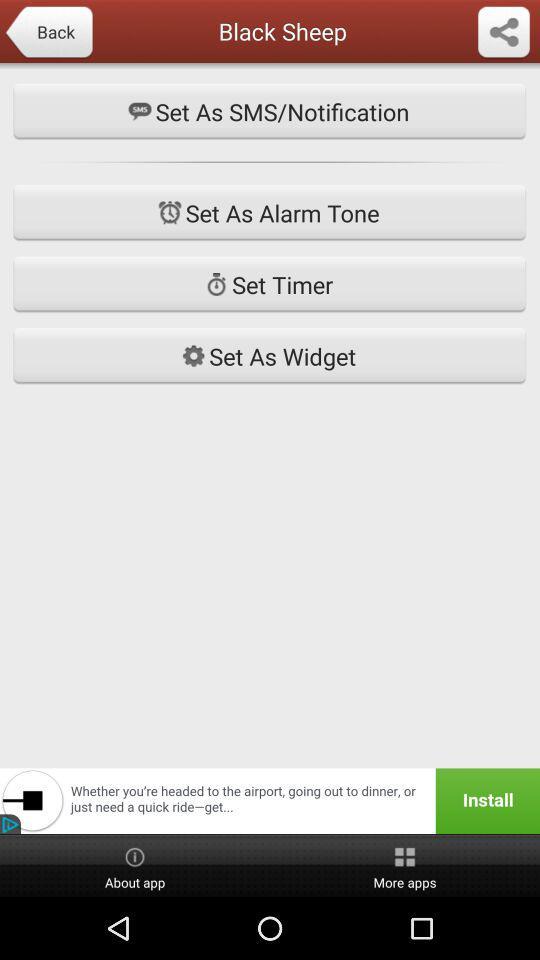 The height and width of the screenshot is (960, 540). Describe the element at coordinates (502, 32) in the screenshot. I see `share` at that location.